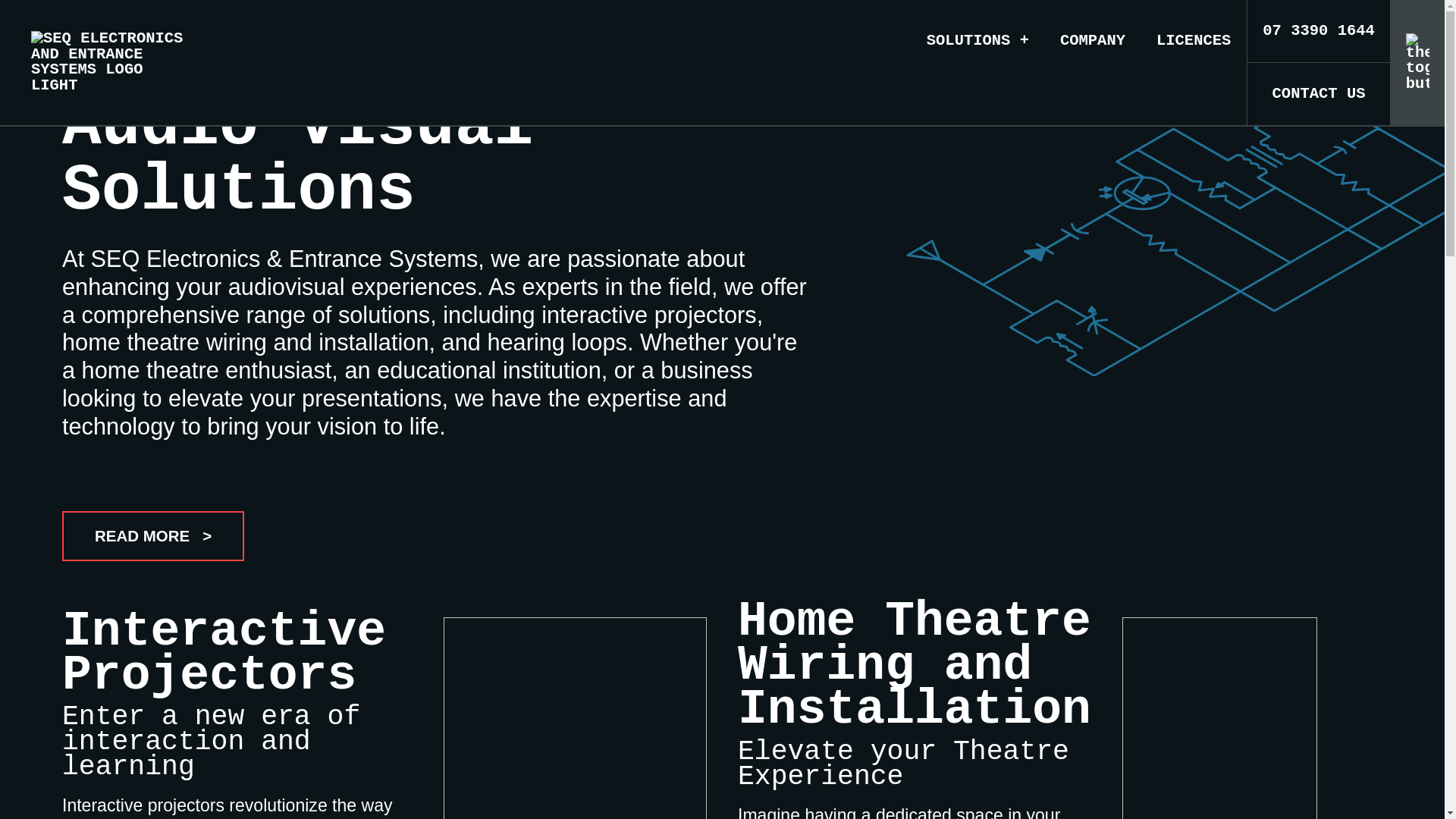  What do you see at coordinates (1317, 93) in the screenshot?
I see `'CONTACT US'` at bounding box center [1317, 93].